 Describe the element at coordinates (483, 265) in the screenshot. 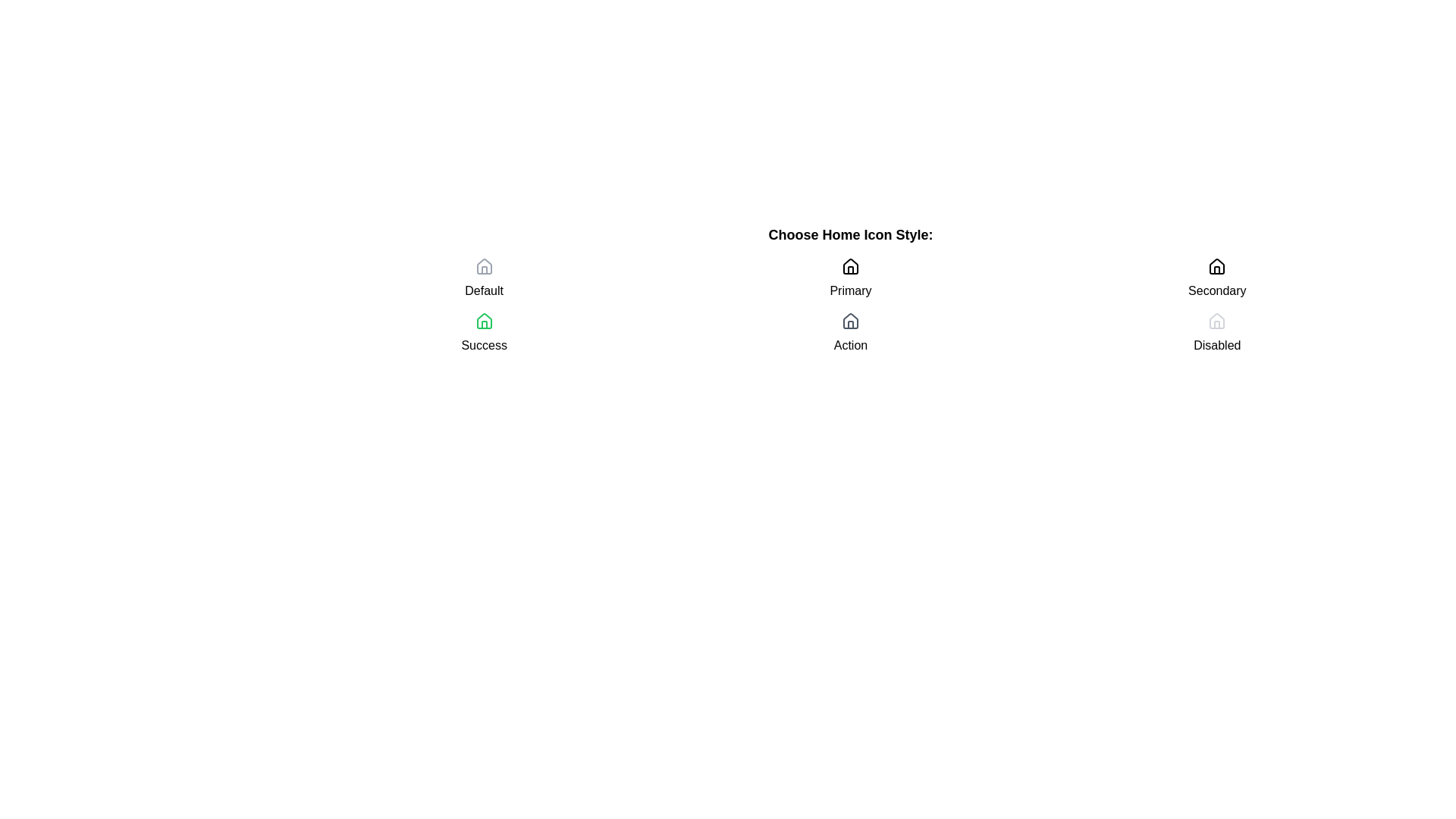

I see `the 'home' icon located in the top-left corner of the grouped interface section, which serves as a placeholder or default state representation` at that location.